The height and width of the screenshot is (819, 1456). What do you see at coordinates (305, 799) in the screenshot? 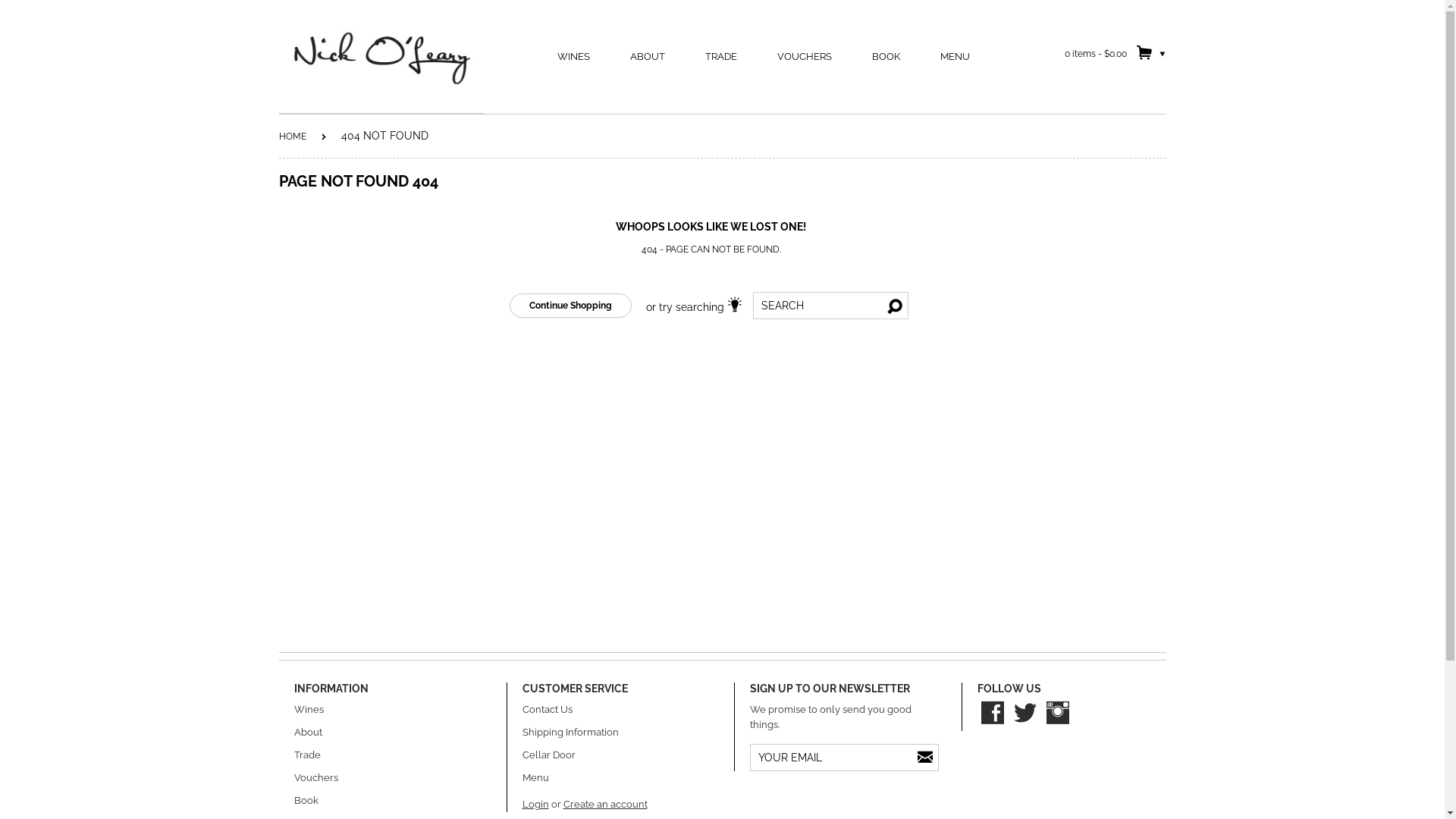
I see `'Book'` at bounding box center [305, 799].